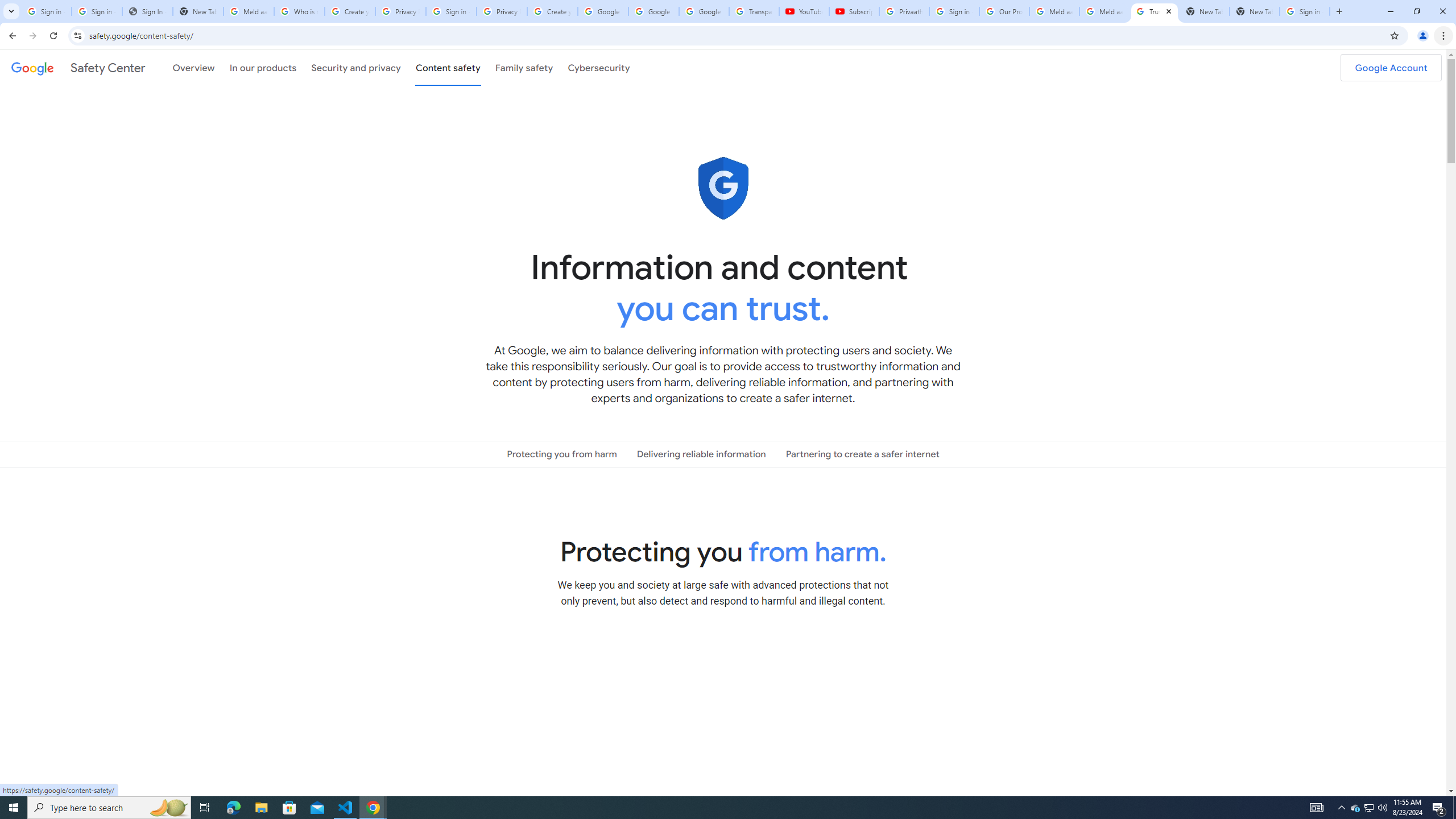 Image resolution: width=1456 pixels, height=819 pixels. I want to click on 'Delivering reliable information', so click(700, 454).